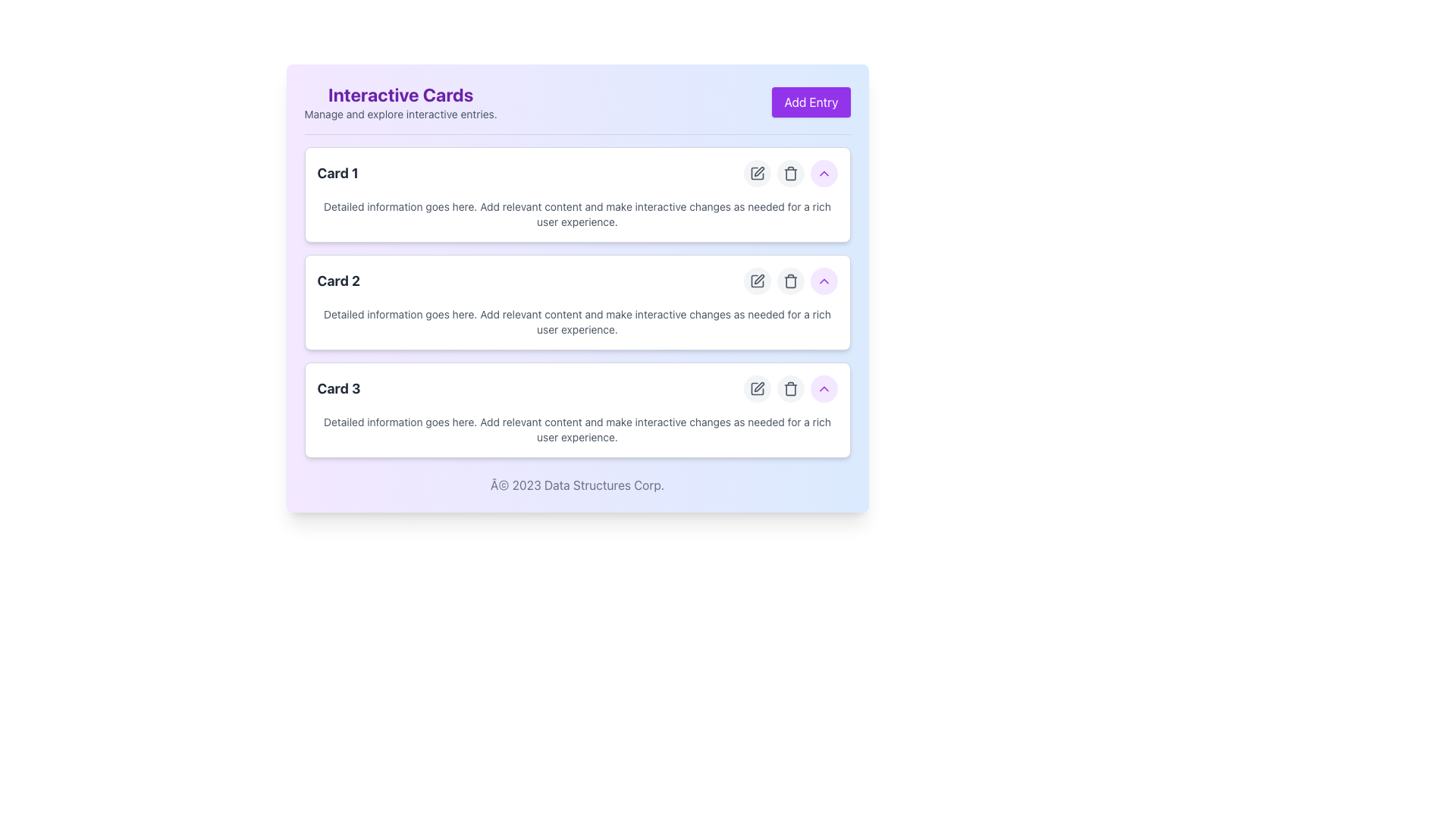  What do you see at coordinates (789, 388) in the screenshot?
I see `the group of action buttons located in the Card 3 section, which includes edit, delete, and collapse functionalities` at bounding box center [789, 388].